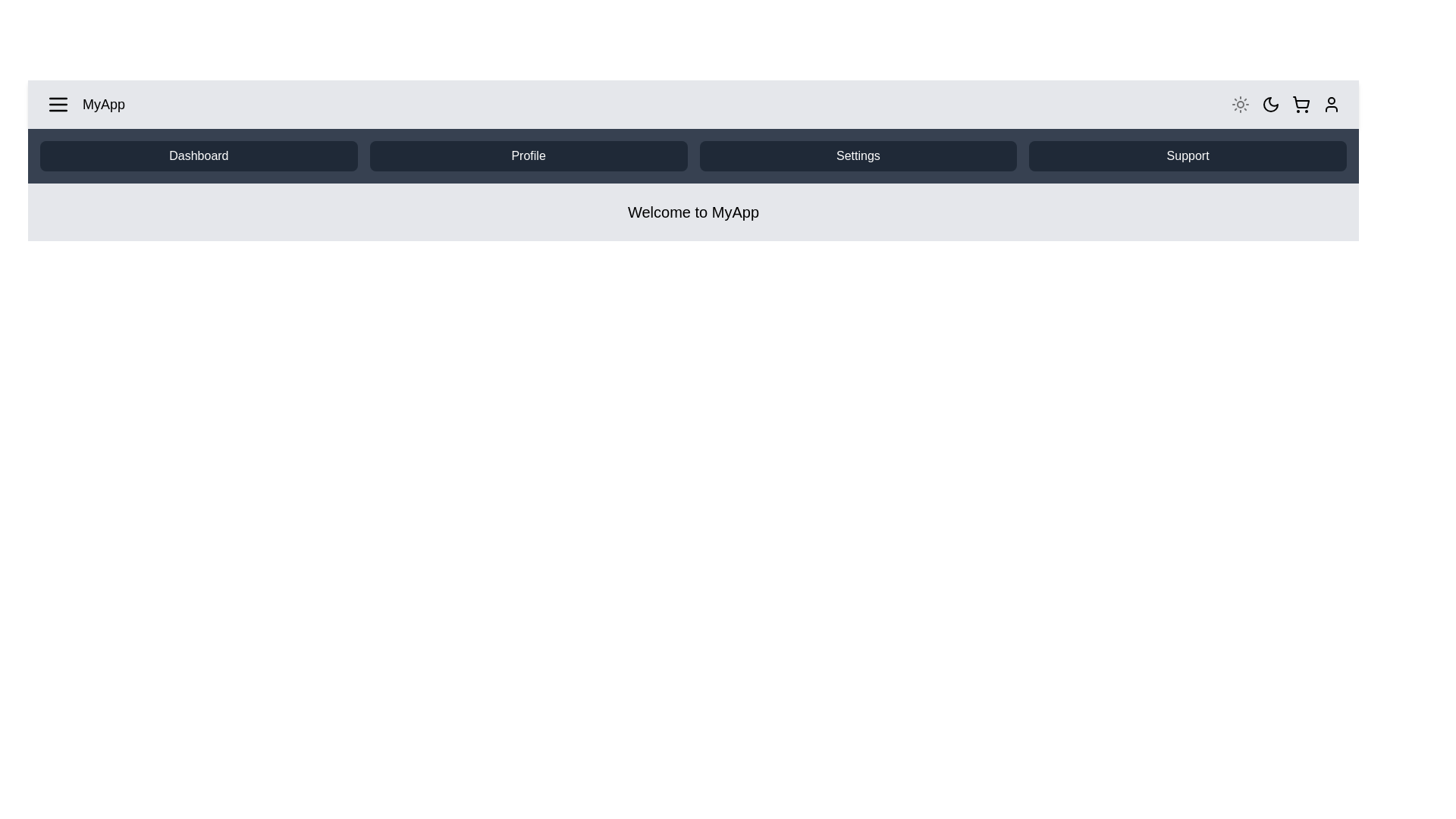  I want to click on the Support button in the navigation bar, so click(1186, 155).